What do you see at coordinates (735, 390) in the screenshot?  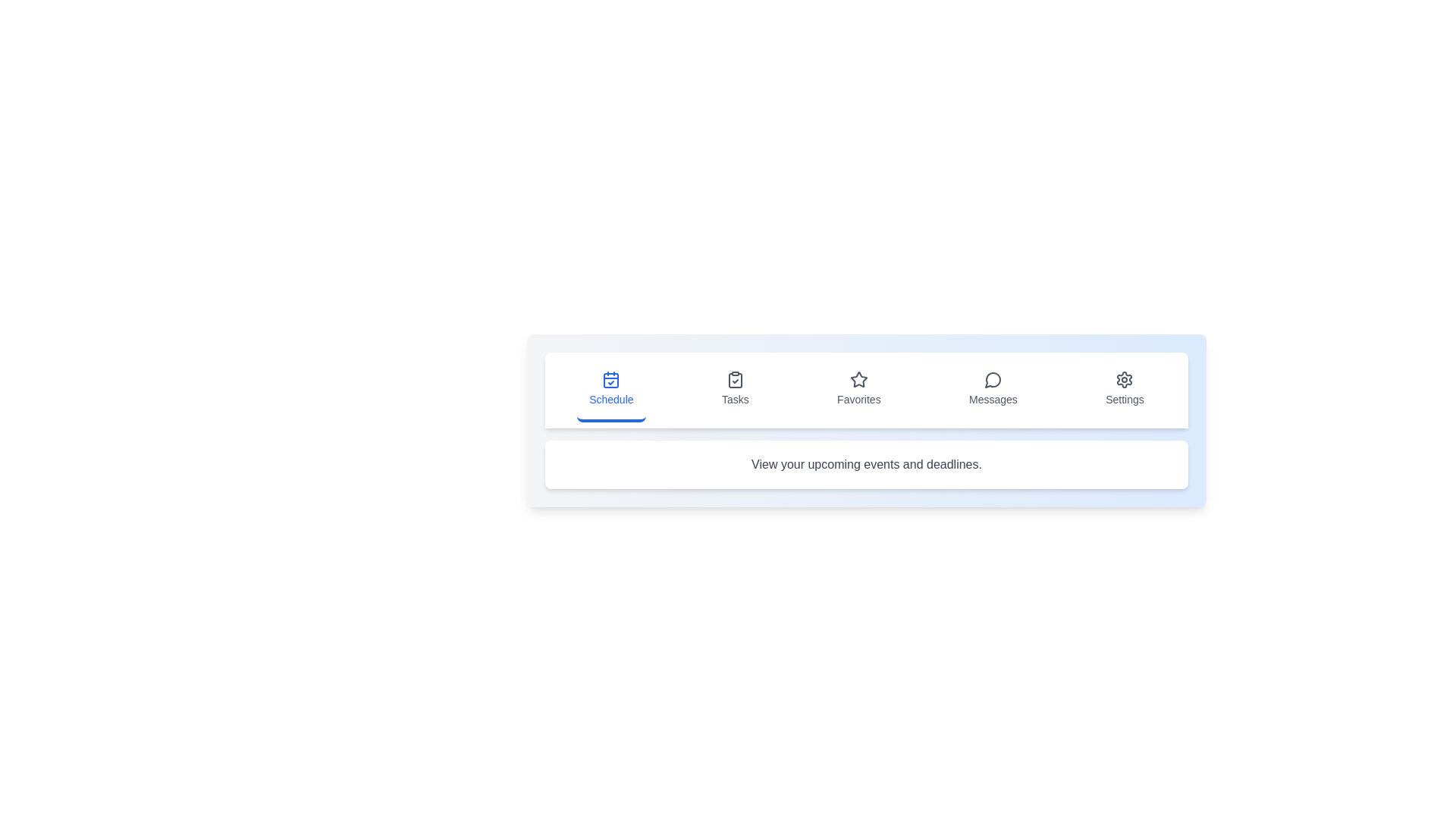 I see `the icon corresponding to Tasks` at bounding box center [735, 390].